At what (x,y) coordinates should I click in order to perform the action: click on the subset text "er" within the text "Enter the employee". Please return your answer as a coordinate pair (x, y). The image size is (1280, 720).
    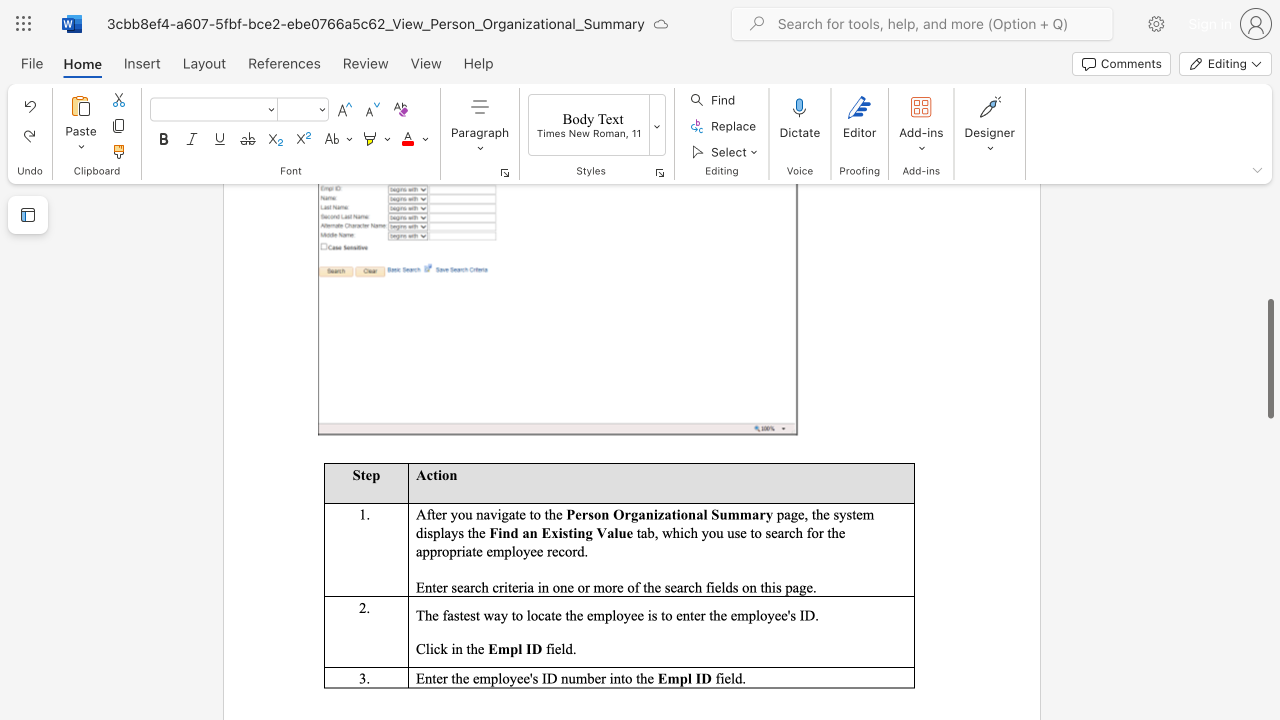
    Looking at the image, I should click on (435, 677).